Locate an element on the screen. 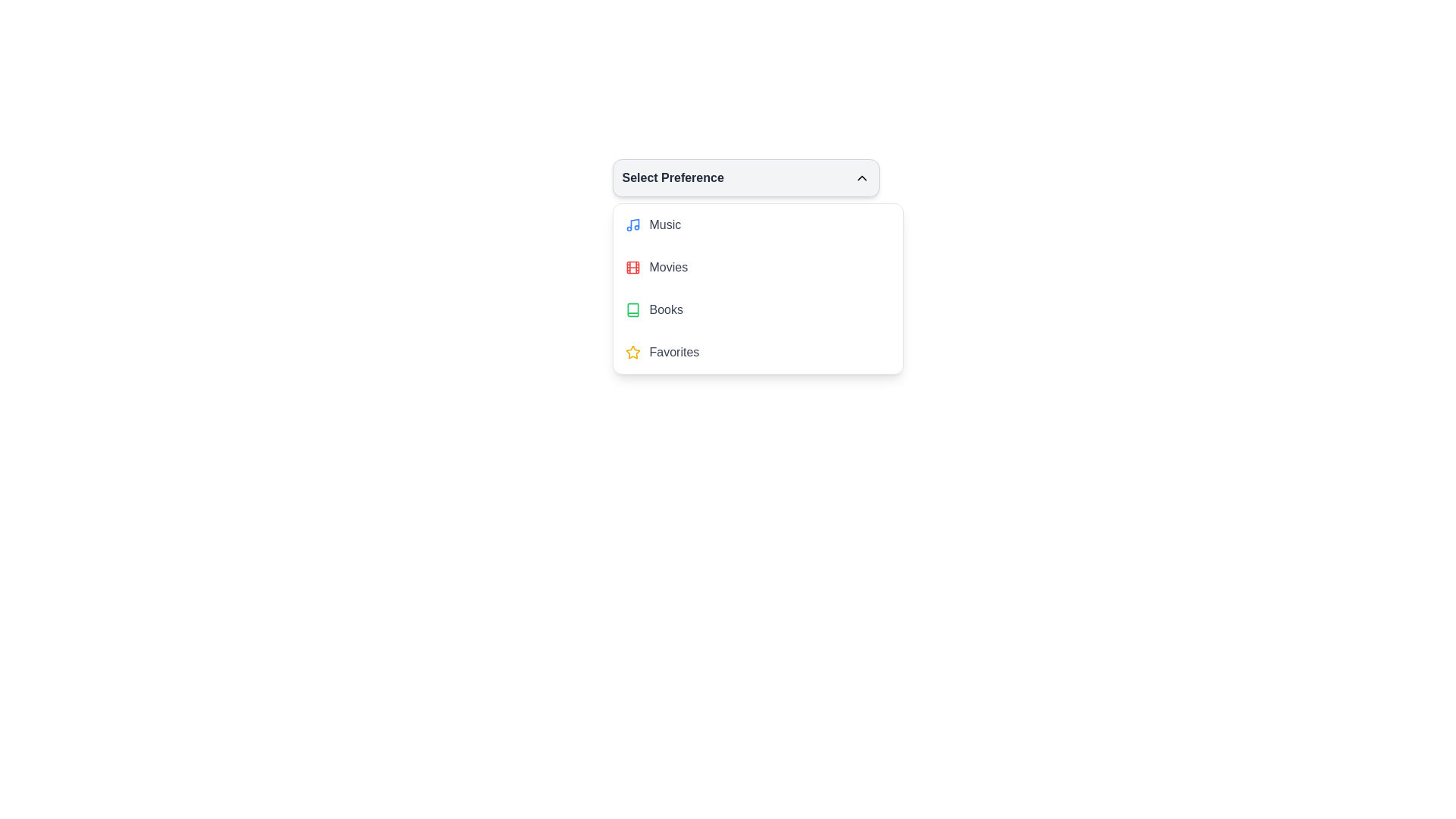  the star-shaped icon indicating a marked or favorite state, located near the top of the dropdown below the 'Select Preference' label is located at coordinates (632, 352).